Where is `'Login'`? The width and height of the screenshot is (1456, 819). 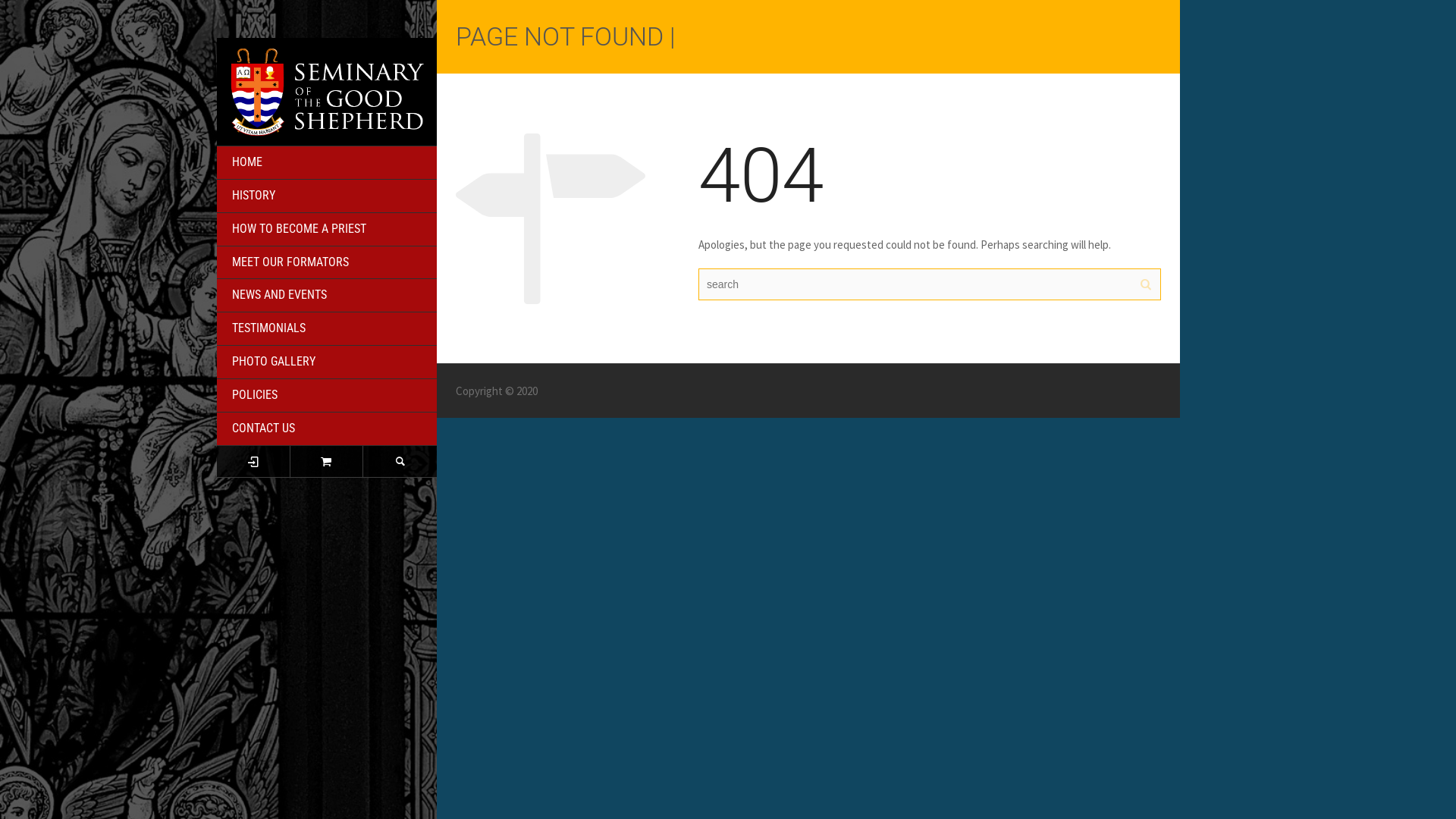 'Login' is located at coordinates (253, 460).